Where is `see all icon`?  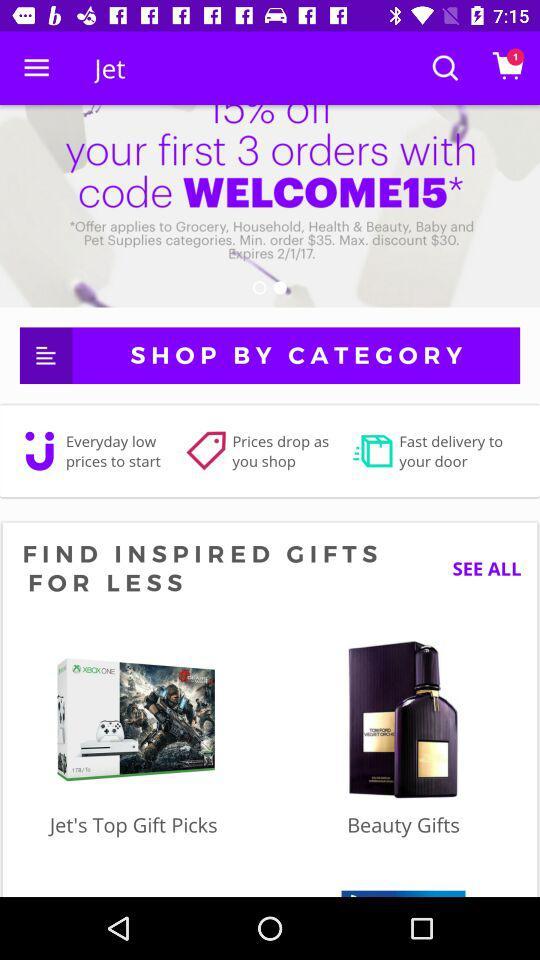
see all icon is located at coordinates (478, 568).